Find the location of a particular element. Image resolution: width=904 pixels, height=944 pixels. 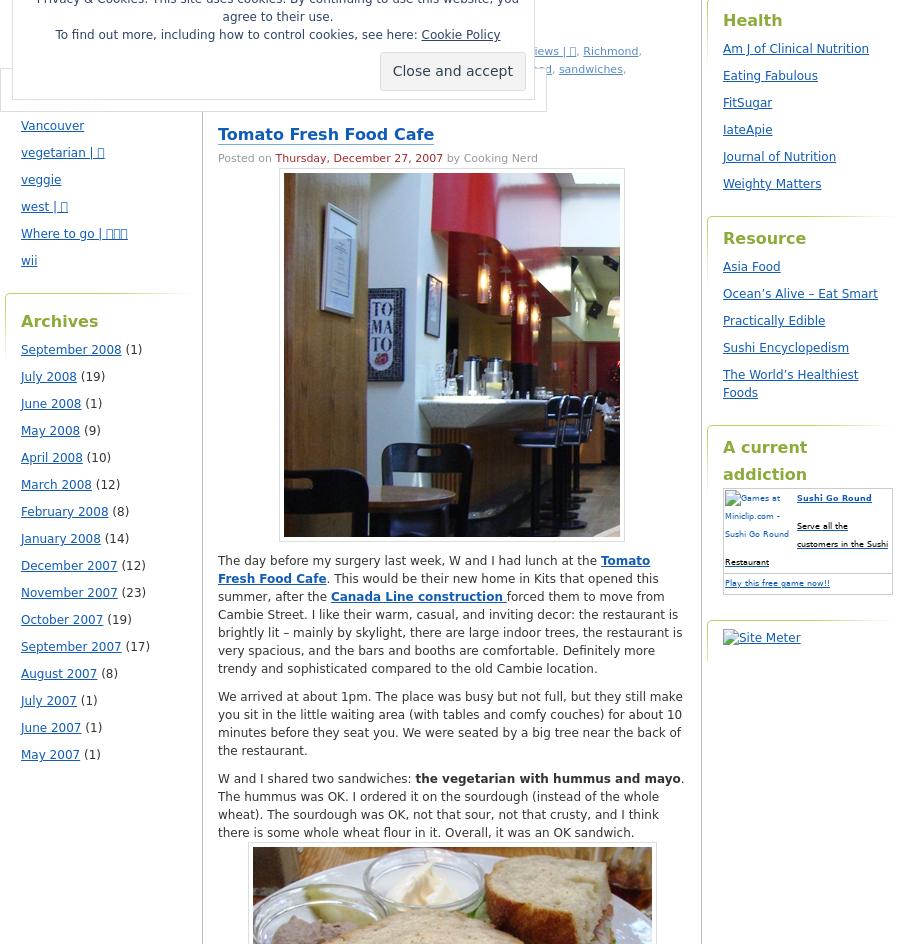

'Serve all the customers in the Sushi Restaurant' is located at coordinates (805, 543).